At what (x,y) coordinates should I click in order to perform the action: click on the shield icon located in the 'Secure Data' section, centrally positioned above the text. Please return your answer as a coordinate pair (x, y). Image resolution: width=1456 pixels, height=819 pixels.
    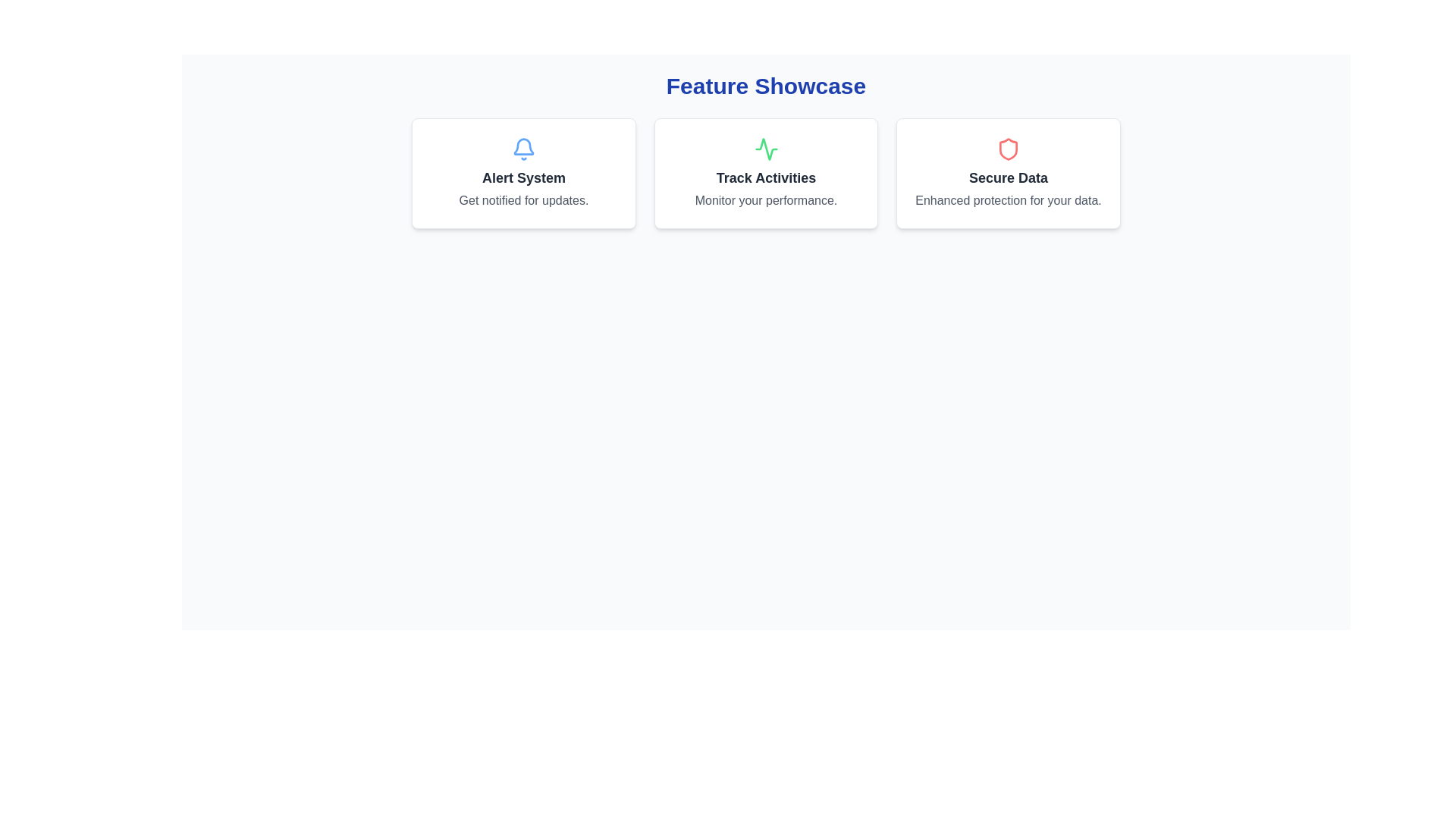
    Looking at the image, I should click on (1008, 149).